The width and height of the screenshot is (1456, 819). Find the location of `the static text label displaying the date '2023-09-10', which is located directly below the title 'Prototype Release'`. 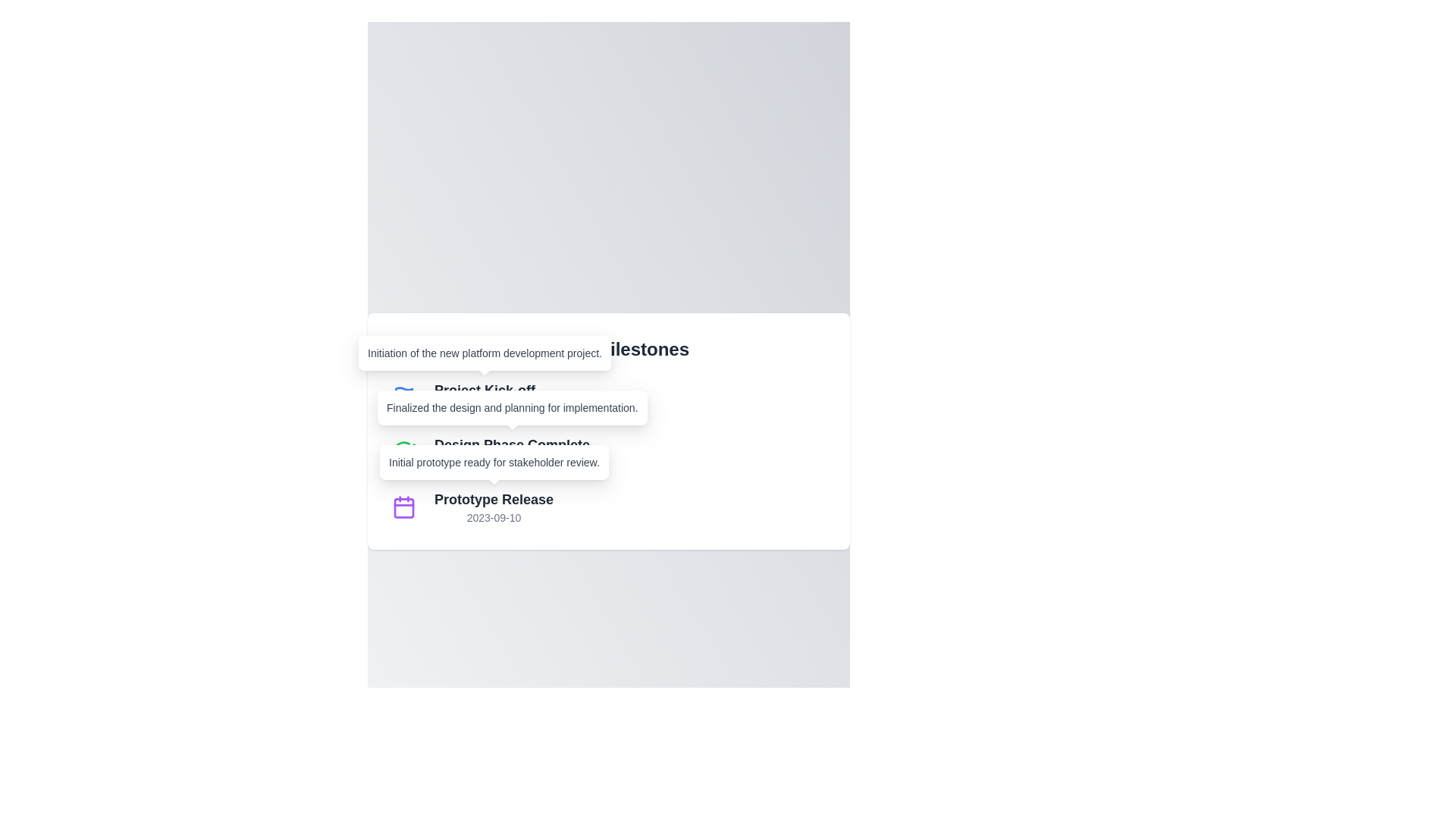

the static text label displaying the date '2023-09-10', which is located directly below the title 'Prototype Release' is located at coordinates (494, 516).